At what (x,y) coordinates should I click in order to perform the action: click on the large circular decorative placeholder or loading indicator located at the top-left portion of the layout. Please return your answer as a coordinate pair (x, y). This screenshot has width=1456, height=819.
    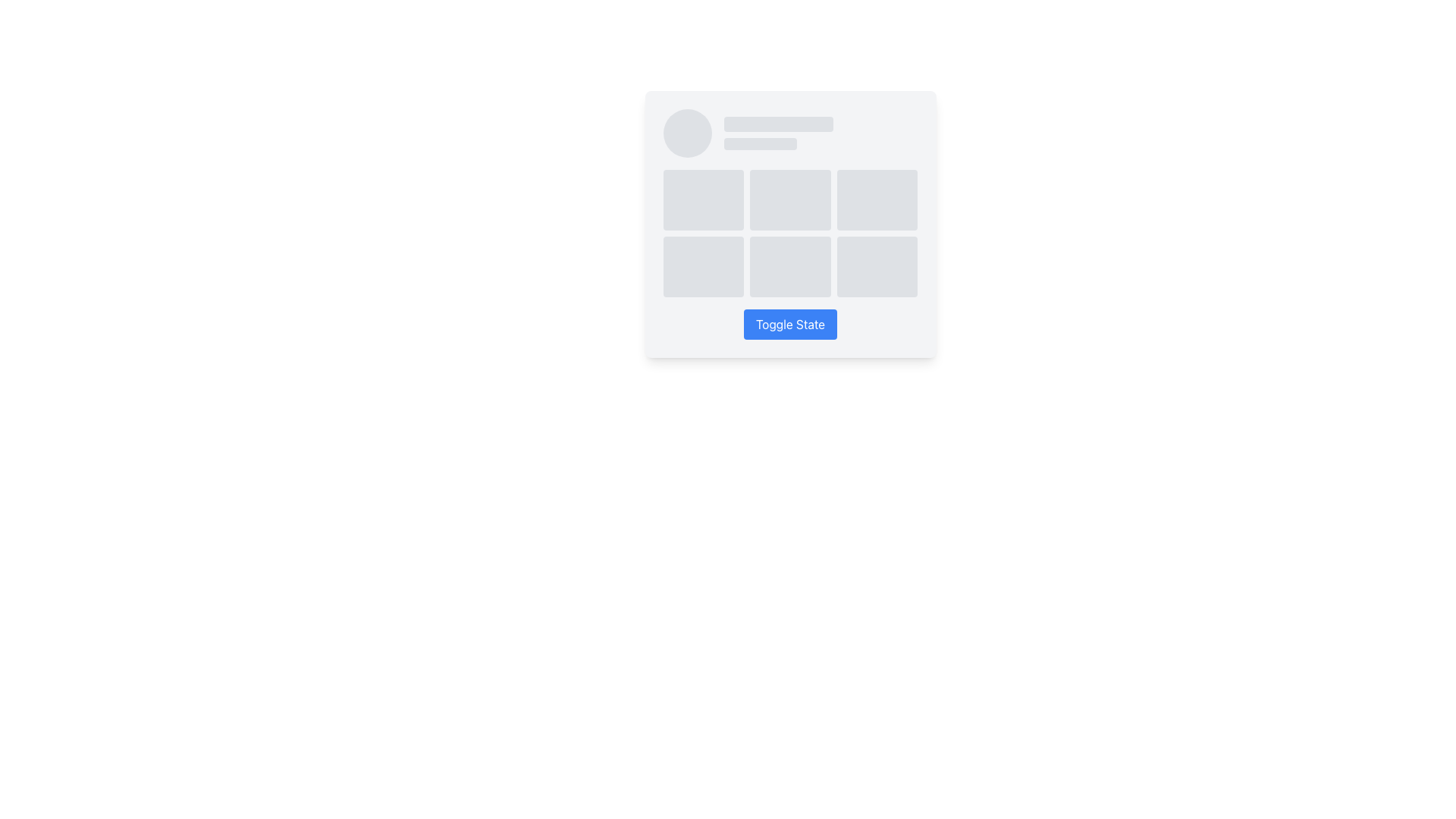
    Looking at the image, I should click on (686, 133).